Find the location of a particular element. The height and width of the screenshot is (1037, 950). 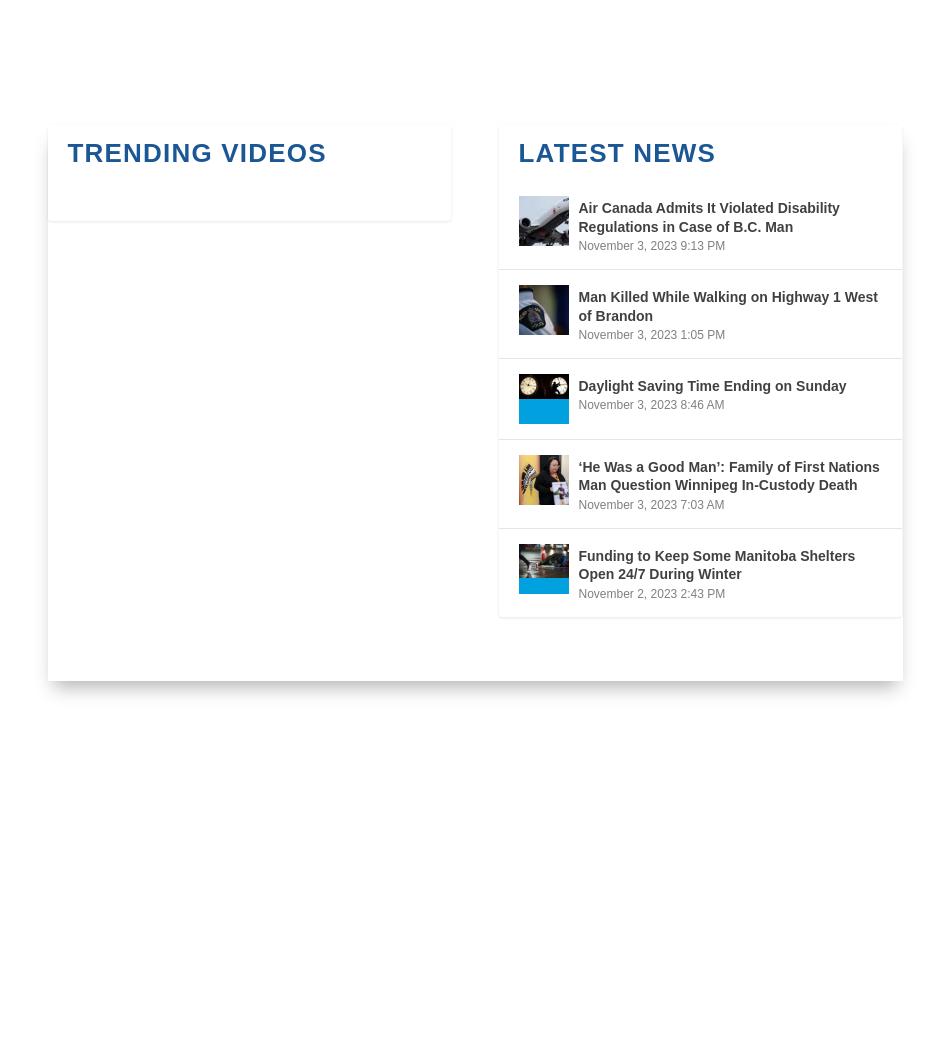

'November 2, 2023 2:43 PM' is located at coordinates (577, 592).